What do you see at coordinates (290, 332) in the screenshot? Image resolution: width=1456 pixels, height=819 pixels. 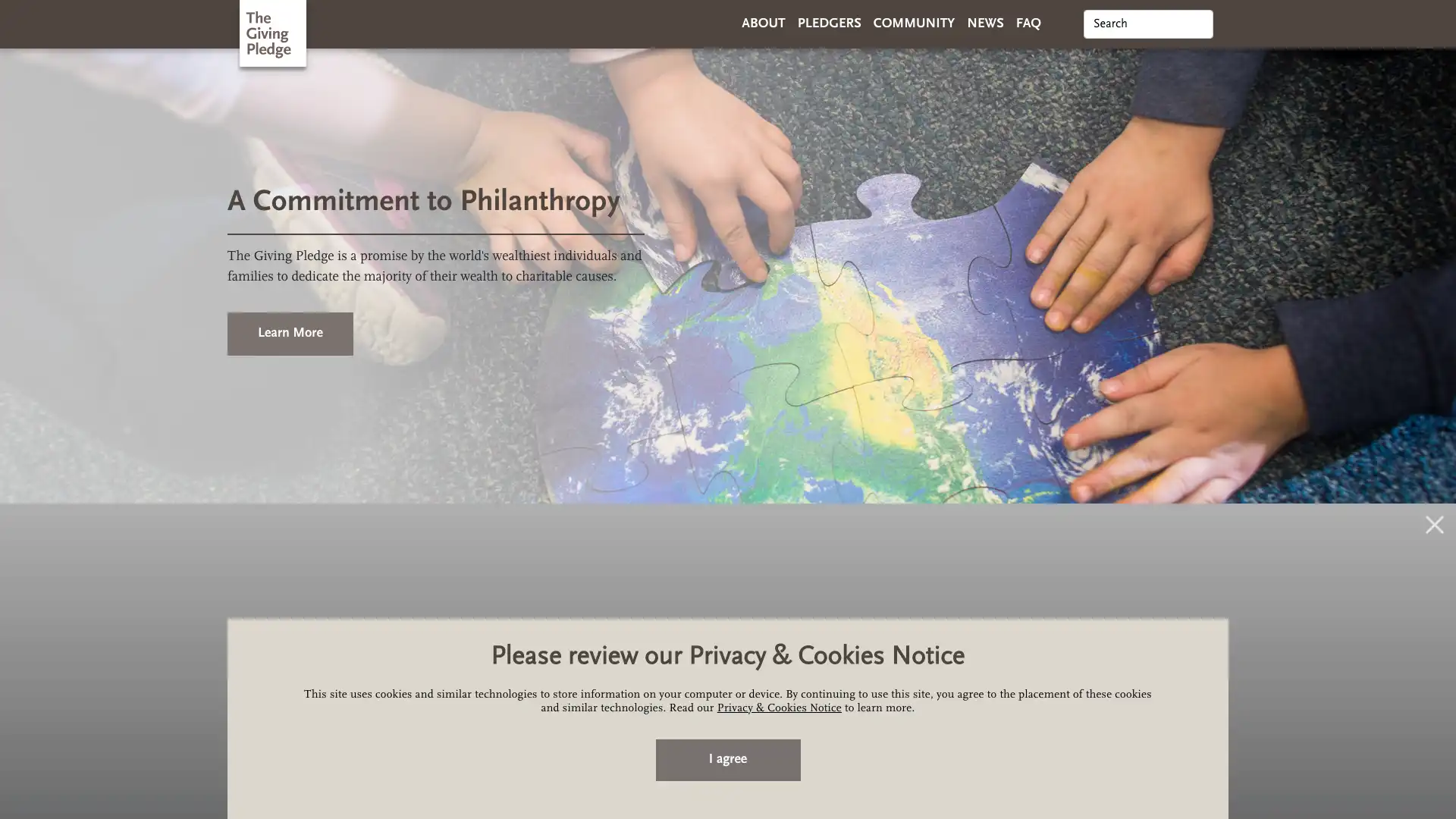 I see `Learn More` at bounding box center [290, 332].